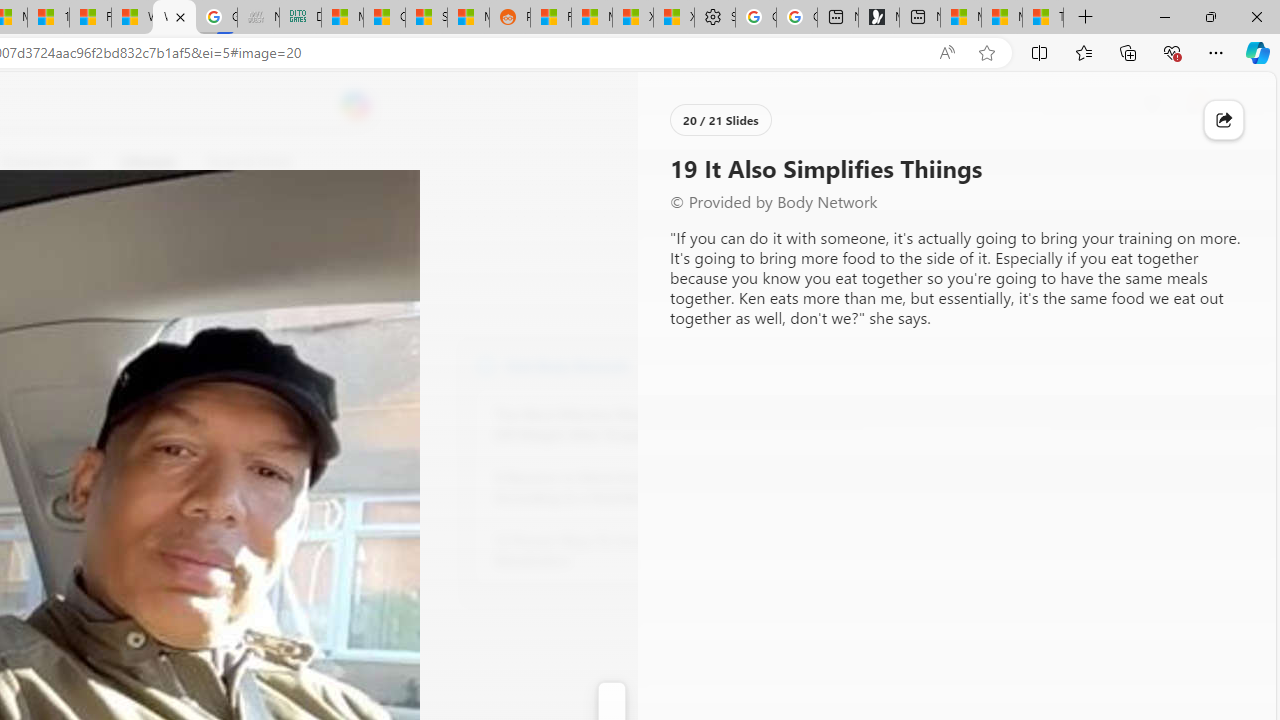 This screenshot has height=720, width=1280. I want to click on 'MSNBC - MSN', so click(343, 17).